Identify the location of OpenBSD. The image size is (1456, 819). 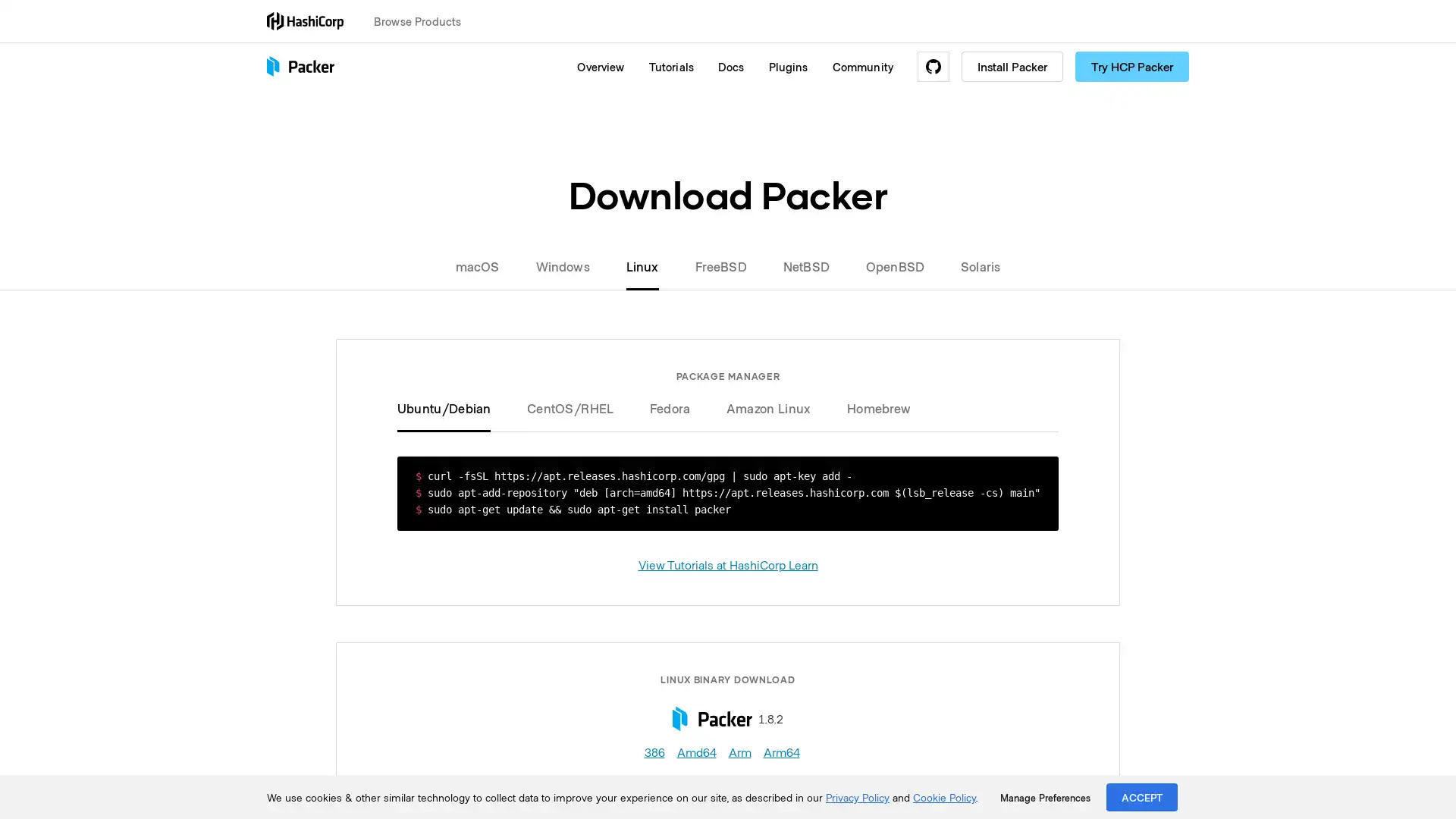
(895, 265).